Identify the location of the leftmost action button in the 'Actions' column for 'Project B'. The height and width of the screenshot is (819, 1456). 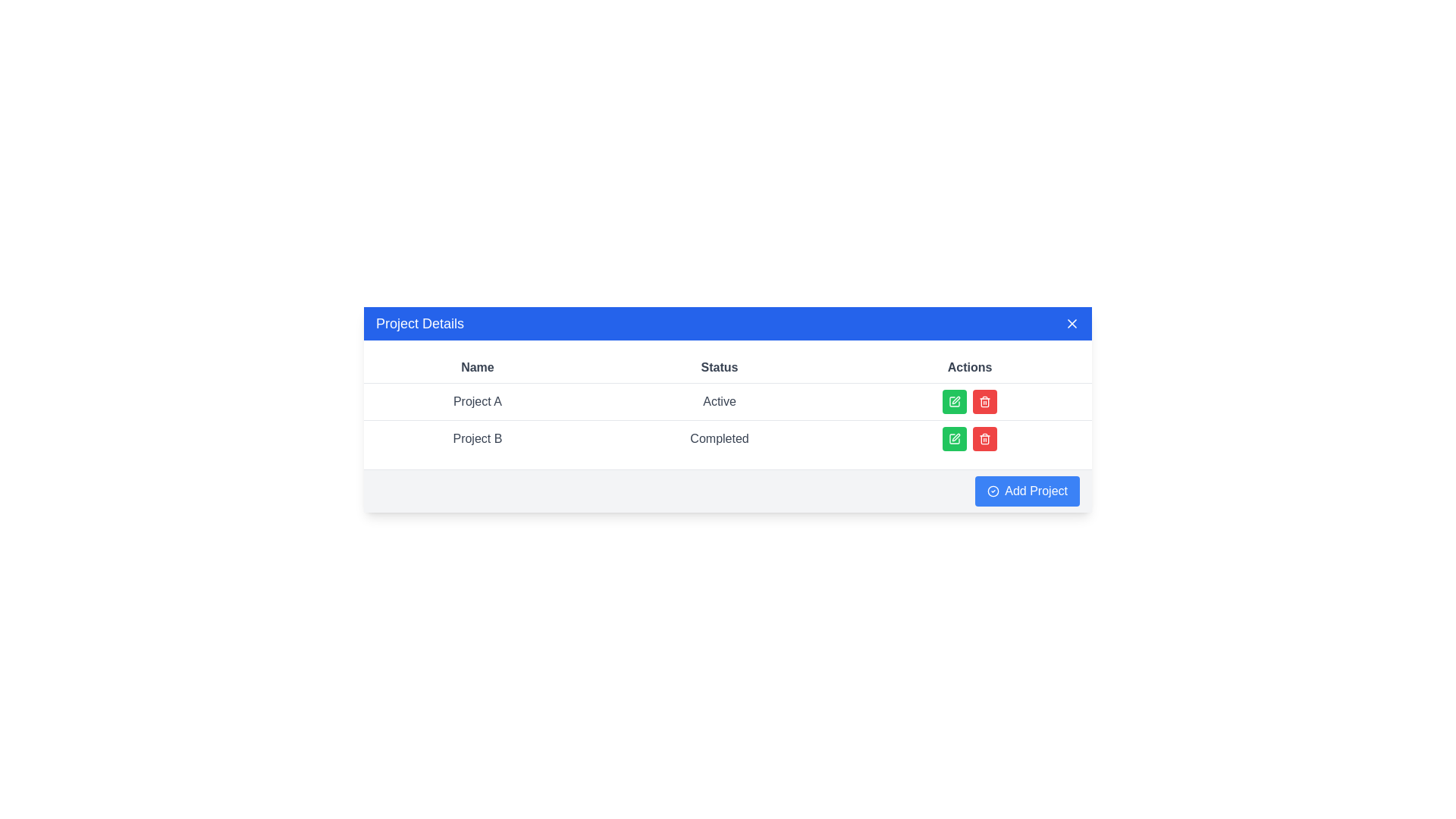
(953, 438).